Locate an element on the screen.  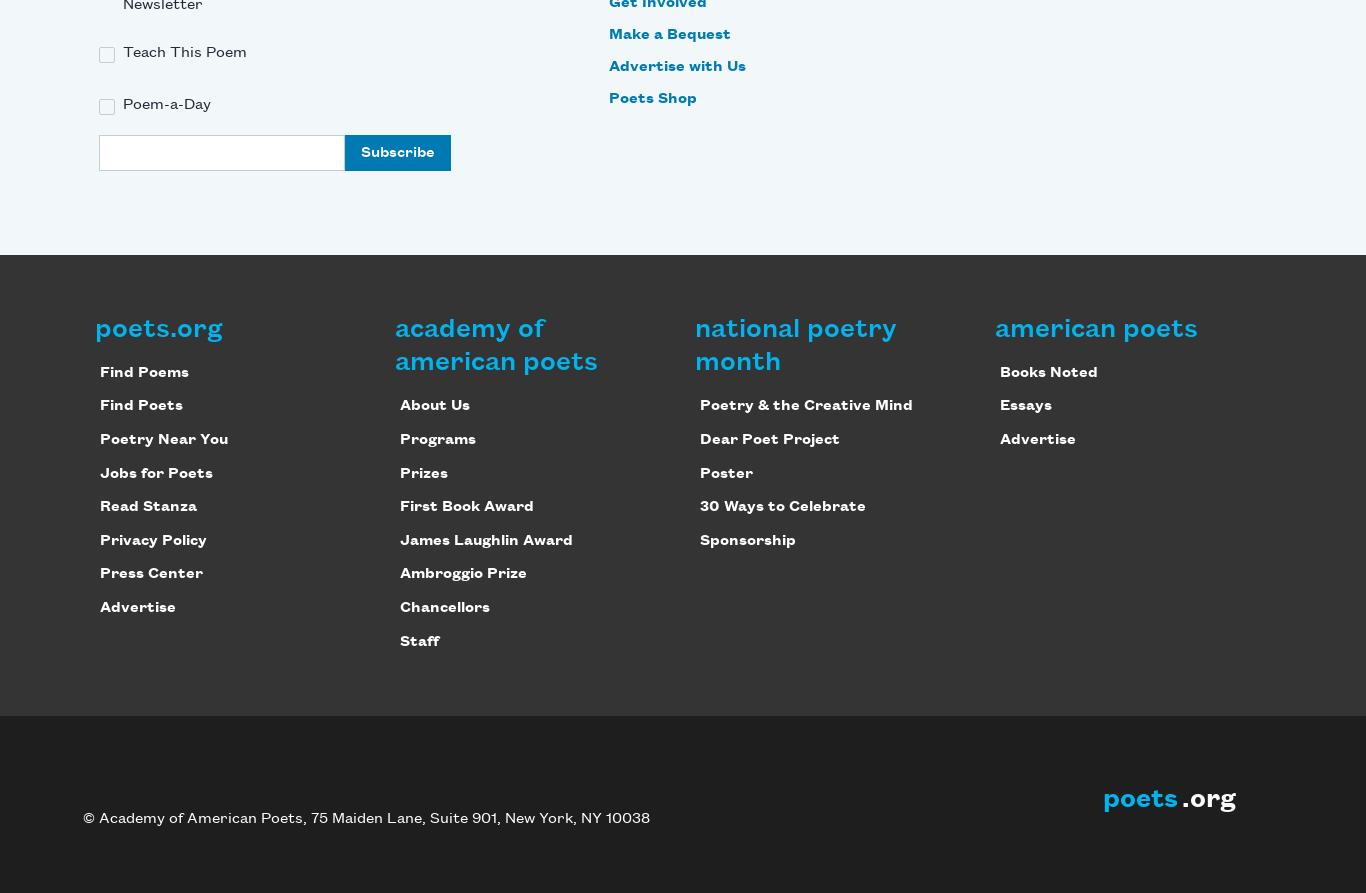
'First Book Award' is located at coordinates (465, 505).